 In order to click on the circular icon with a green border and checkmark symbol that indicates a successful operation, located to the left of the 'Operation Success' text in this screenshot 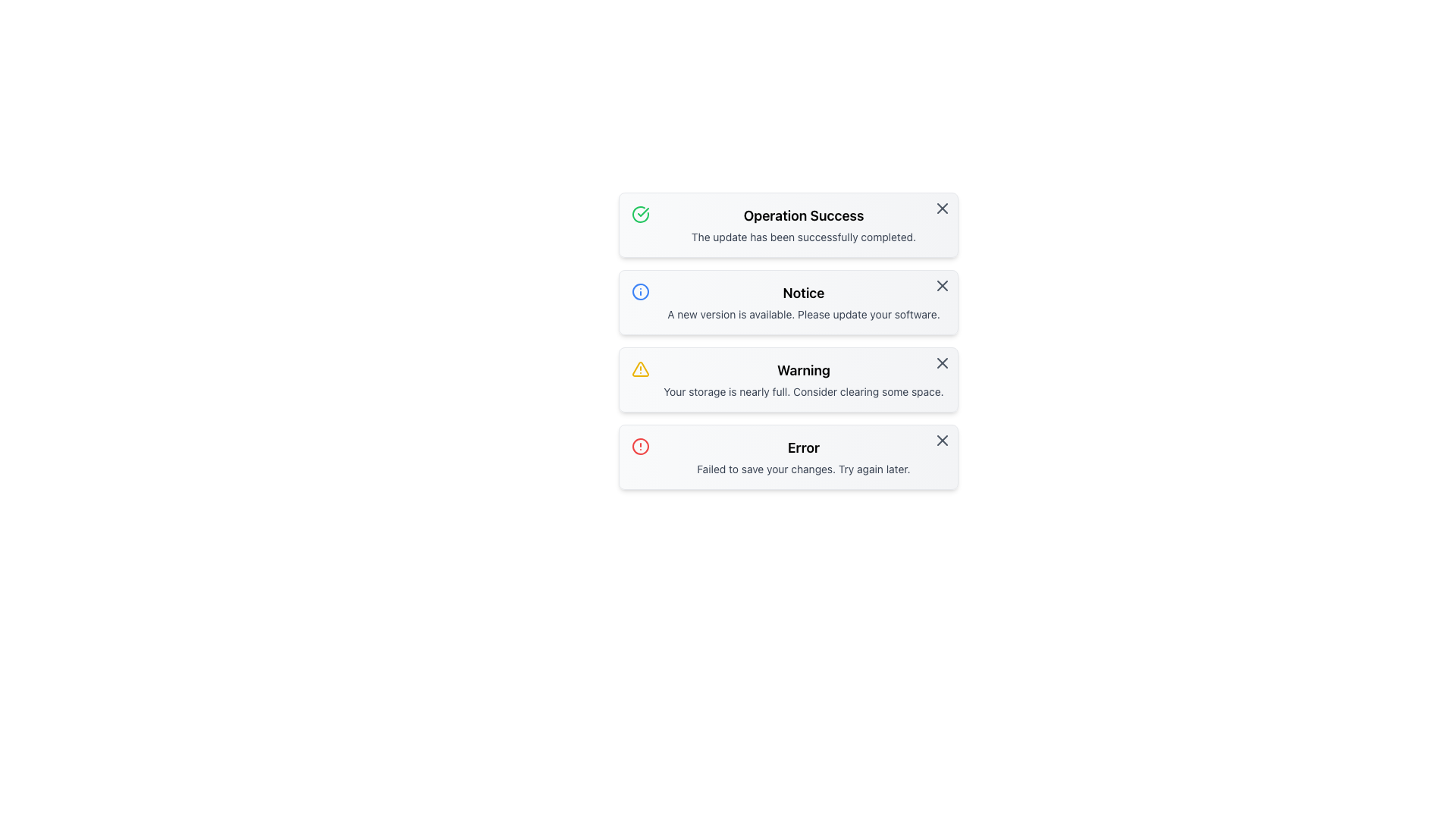, I will do `click(640, 214)`.